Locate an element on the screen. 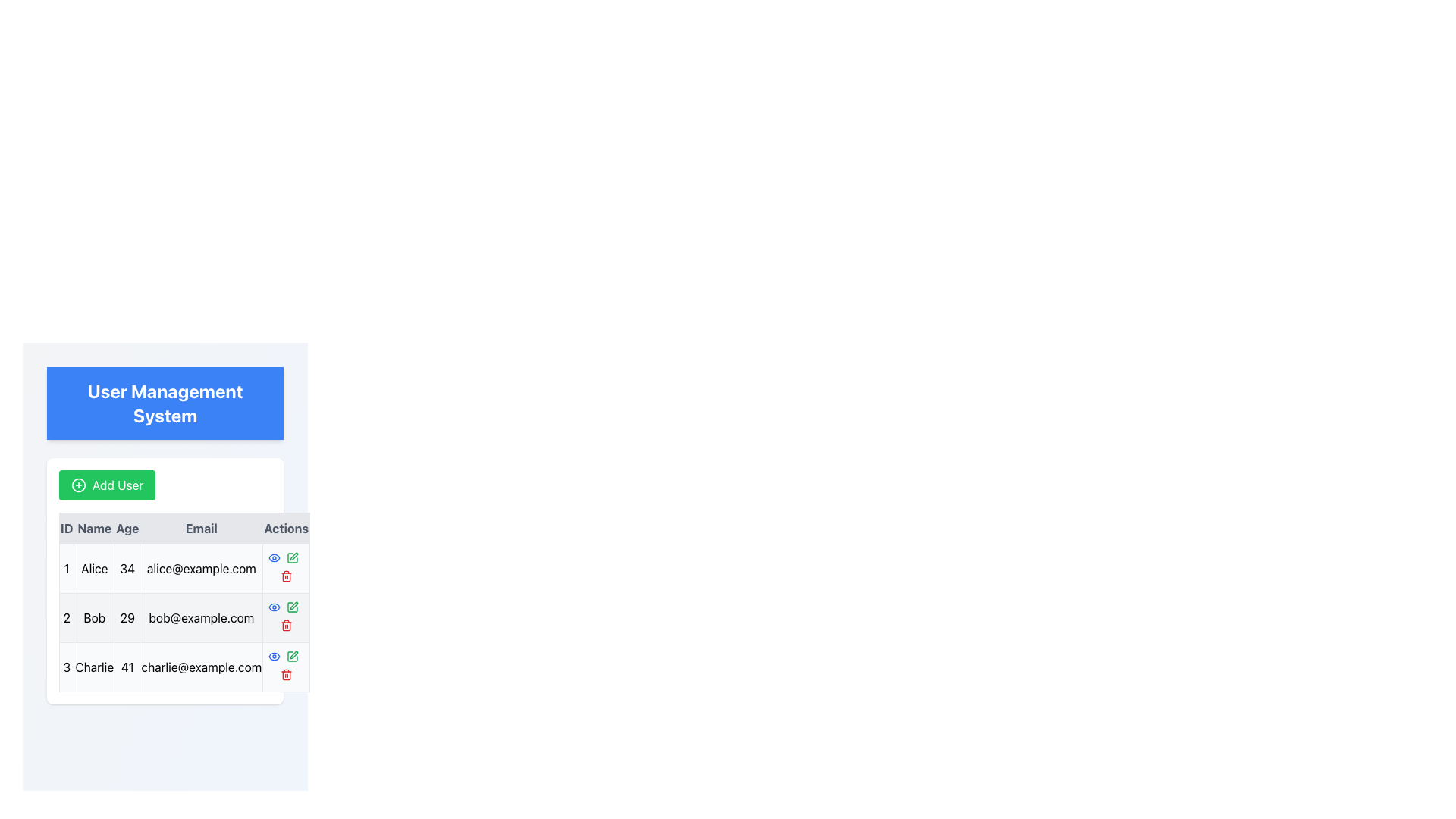 The height and width of the screenshot is (819, 1456). the table cell displaying the age '29' for the user 'Bob', which is located in the second row under the 'Age' column is located at coordinates (127, 617).